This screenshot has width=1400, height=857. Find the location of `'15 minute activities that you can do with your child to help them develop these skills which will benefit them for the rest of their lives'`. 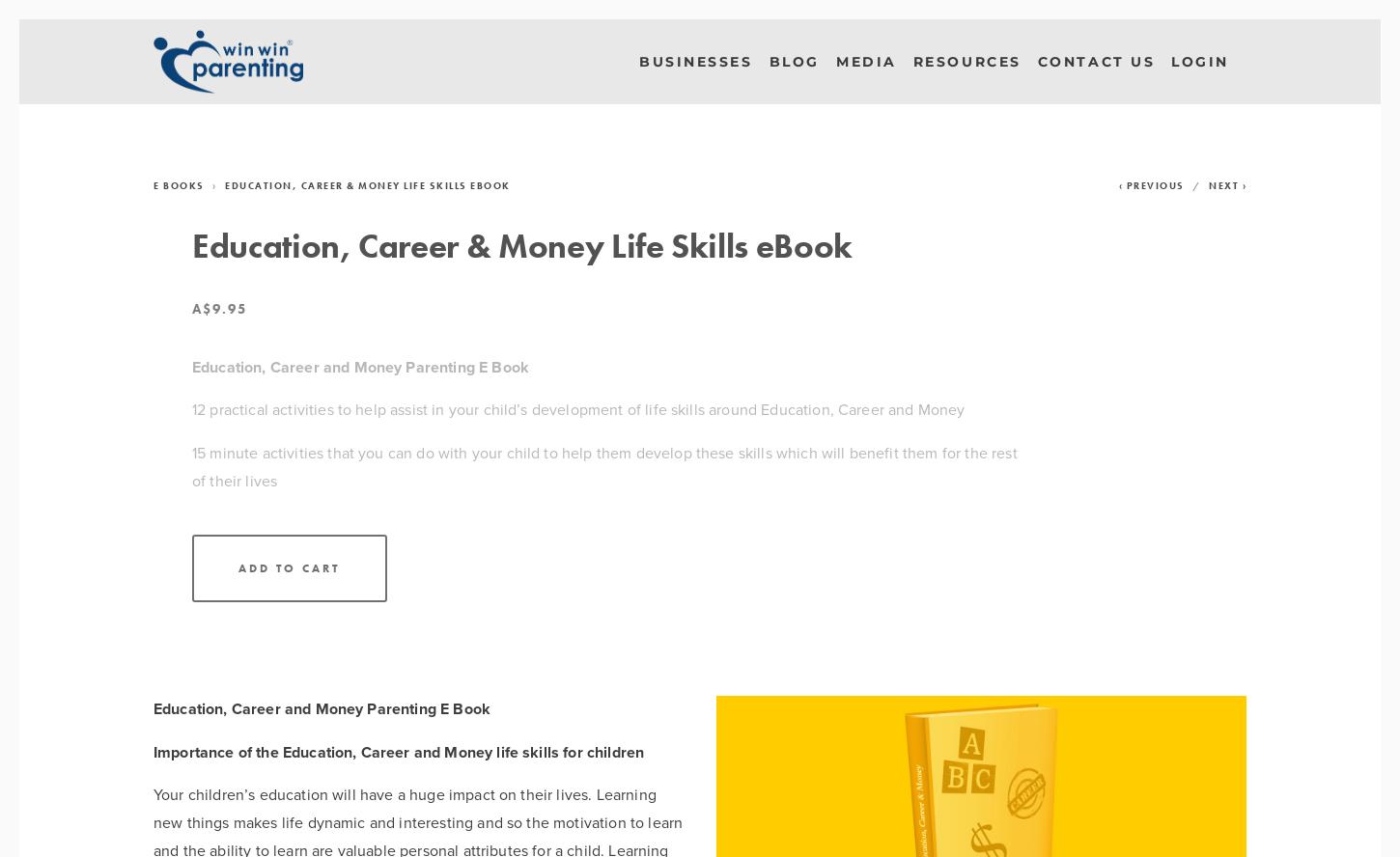

'15 minute activities that you can do with your child to help them develop these skills which will benefit them for the rest of their lives' is located at coordinates (602, 466).